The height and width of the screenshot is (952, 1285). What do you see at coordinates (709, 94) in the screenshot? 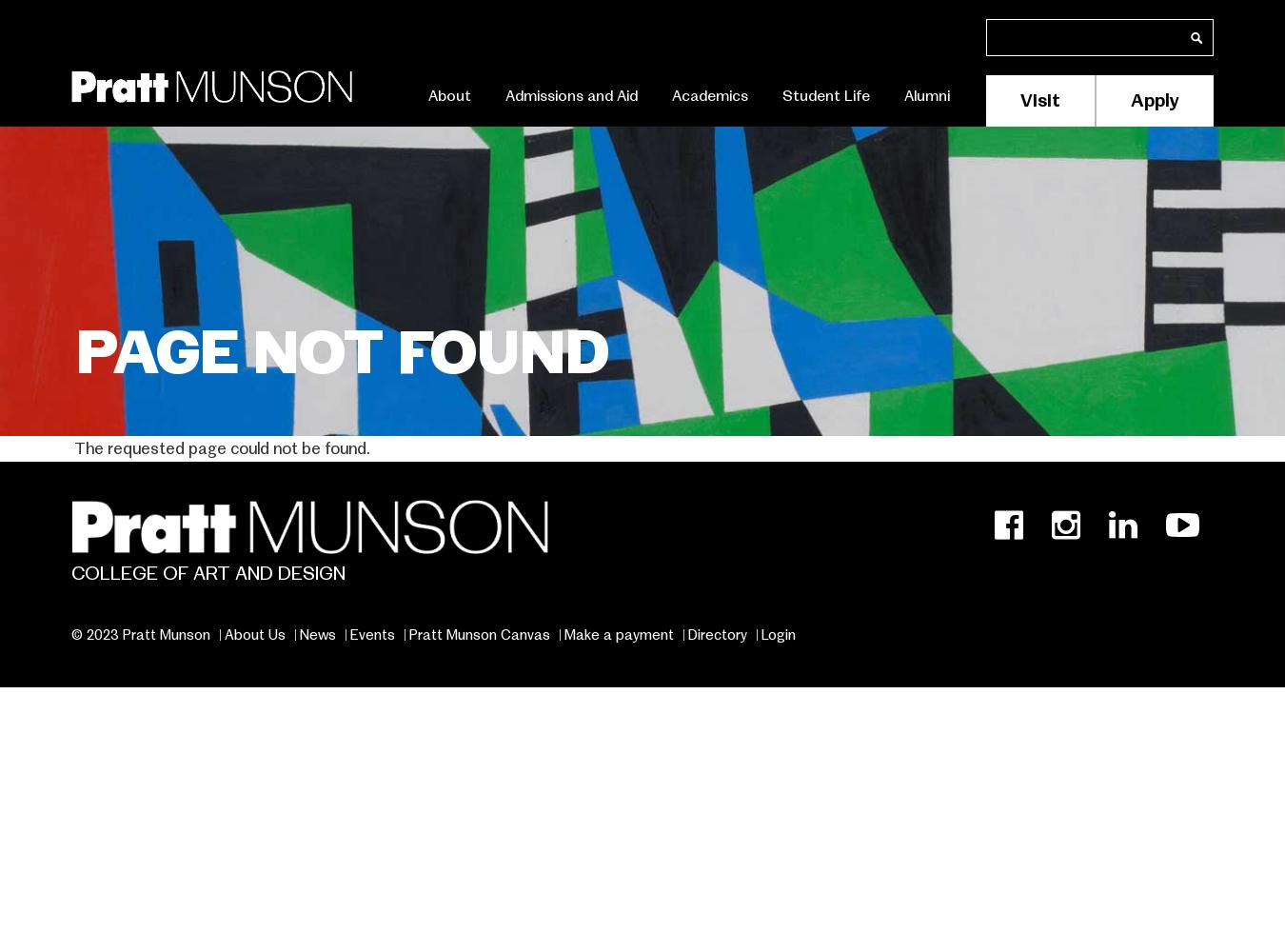
I see `'Academics'` at bounding box center [709, 94].